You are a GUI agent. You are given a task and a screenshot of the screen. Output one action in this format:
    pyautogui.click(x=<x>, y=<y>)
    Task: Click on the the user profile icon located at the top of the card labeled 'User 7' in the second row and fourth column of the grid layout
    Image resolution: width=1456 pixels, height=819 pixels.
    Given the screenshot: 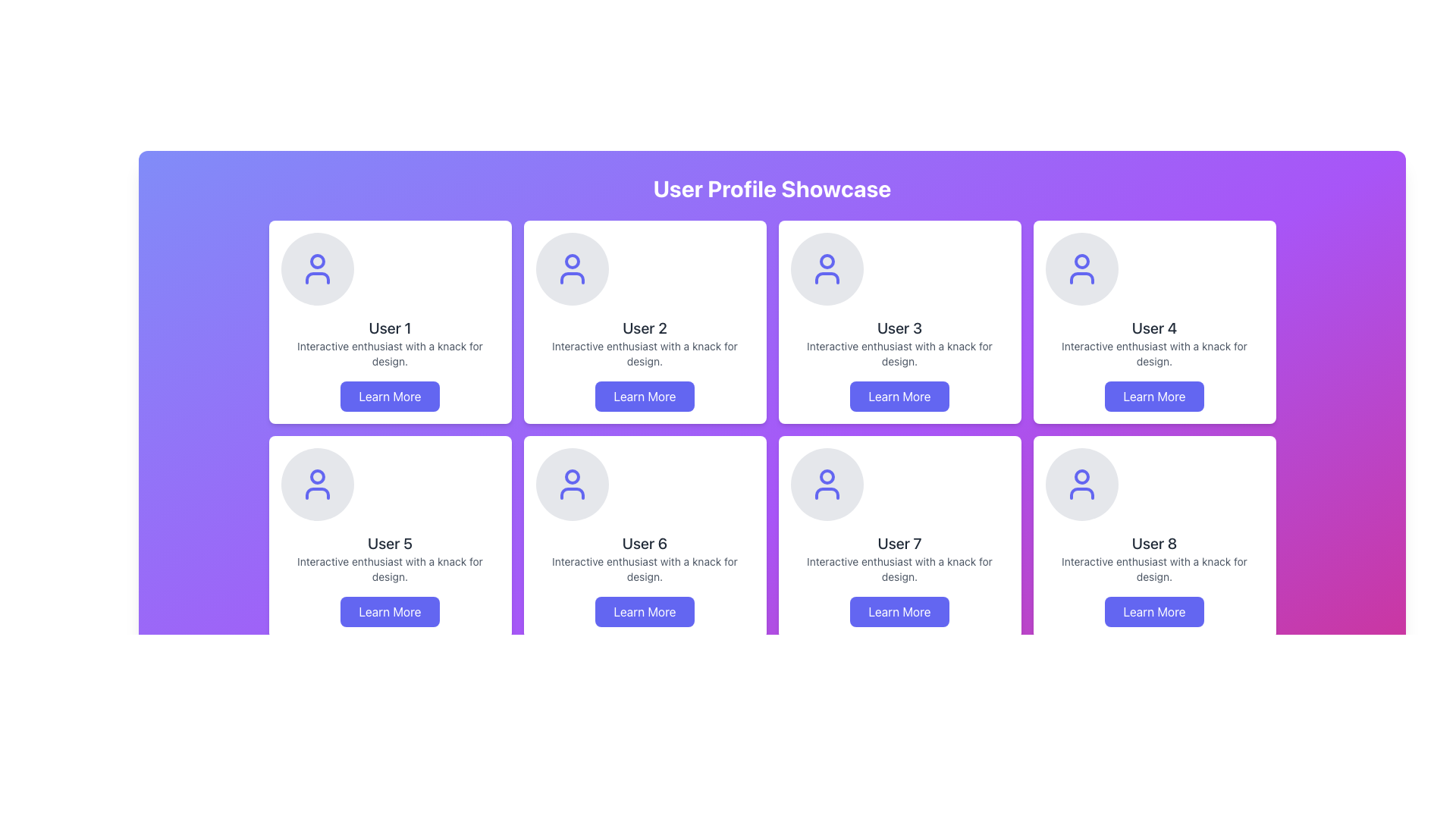 What is the action you would take?
    pyautogui.click(x=826, y=485)
    